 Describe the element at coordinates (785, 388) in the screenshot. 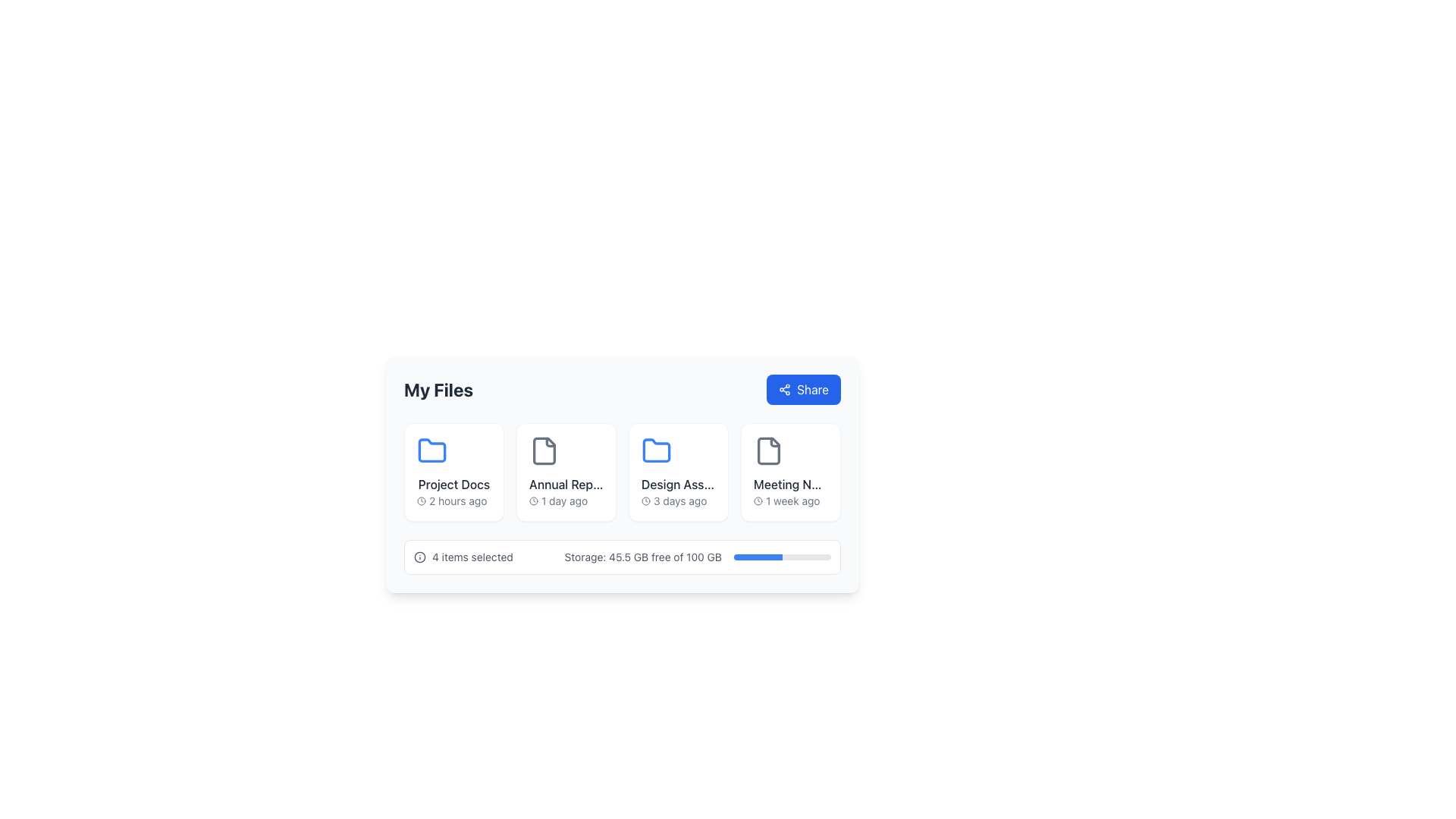

I see `the sharing icon located inside the 'Share' button at the top right of the 'My Files' section` at that location.